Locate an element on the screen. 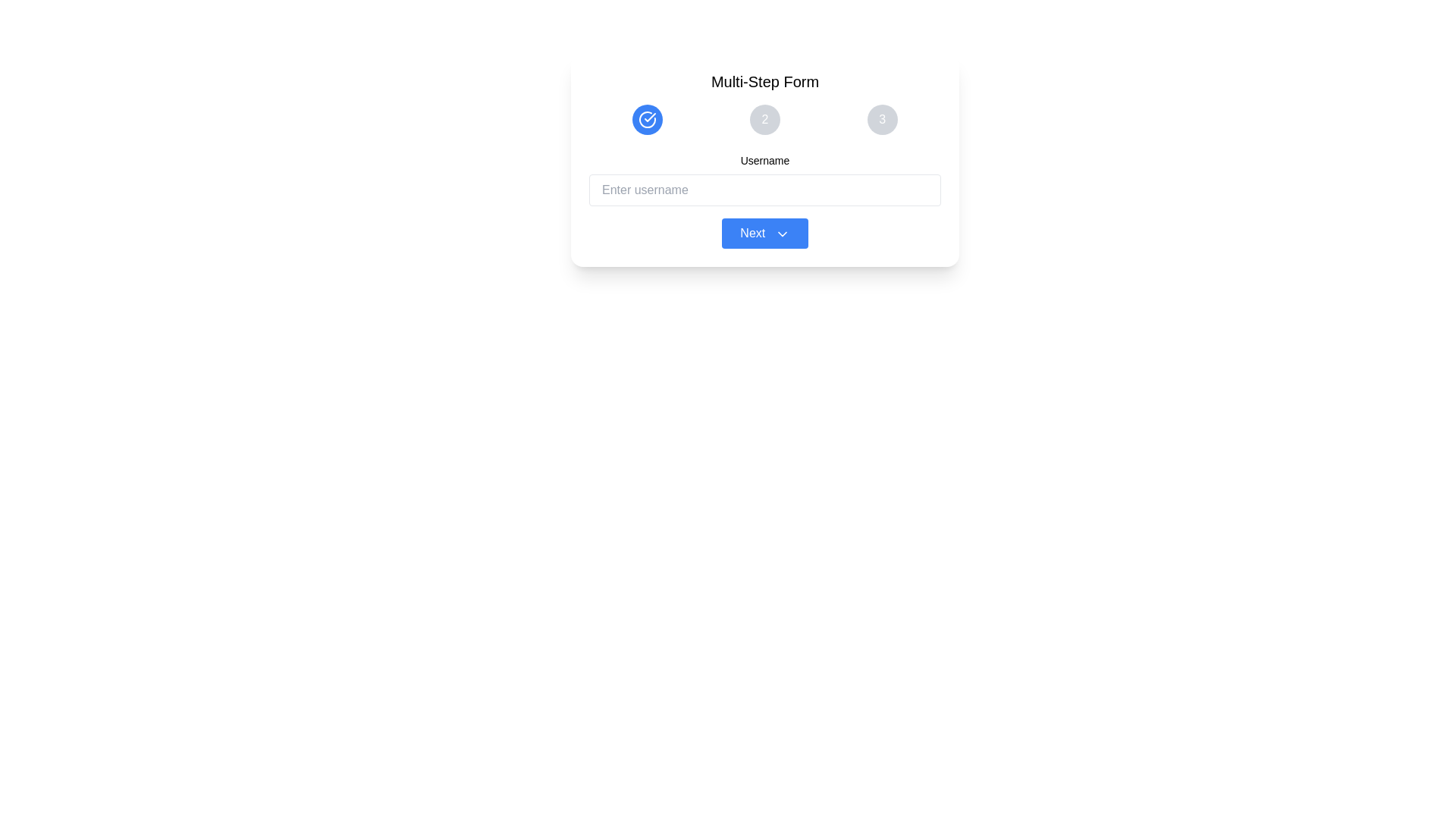  the second progress indicator button in the horizontal sequence at the top of the form is located at coordinates (764, 119).